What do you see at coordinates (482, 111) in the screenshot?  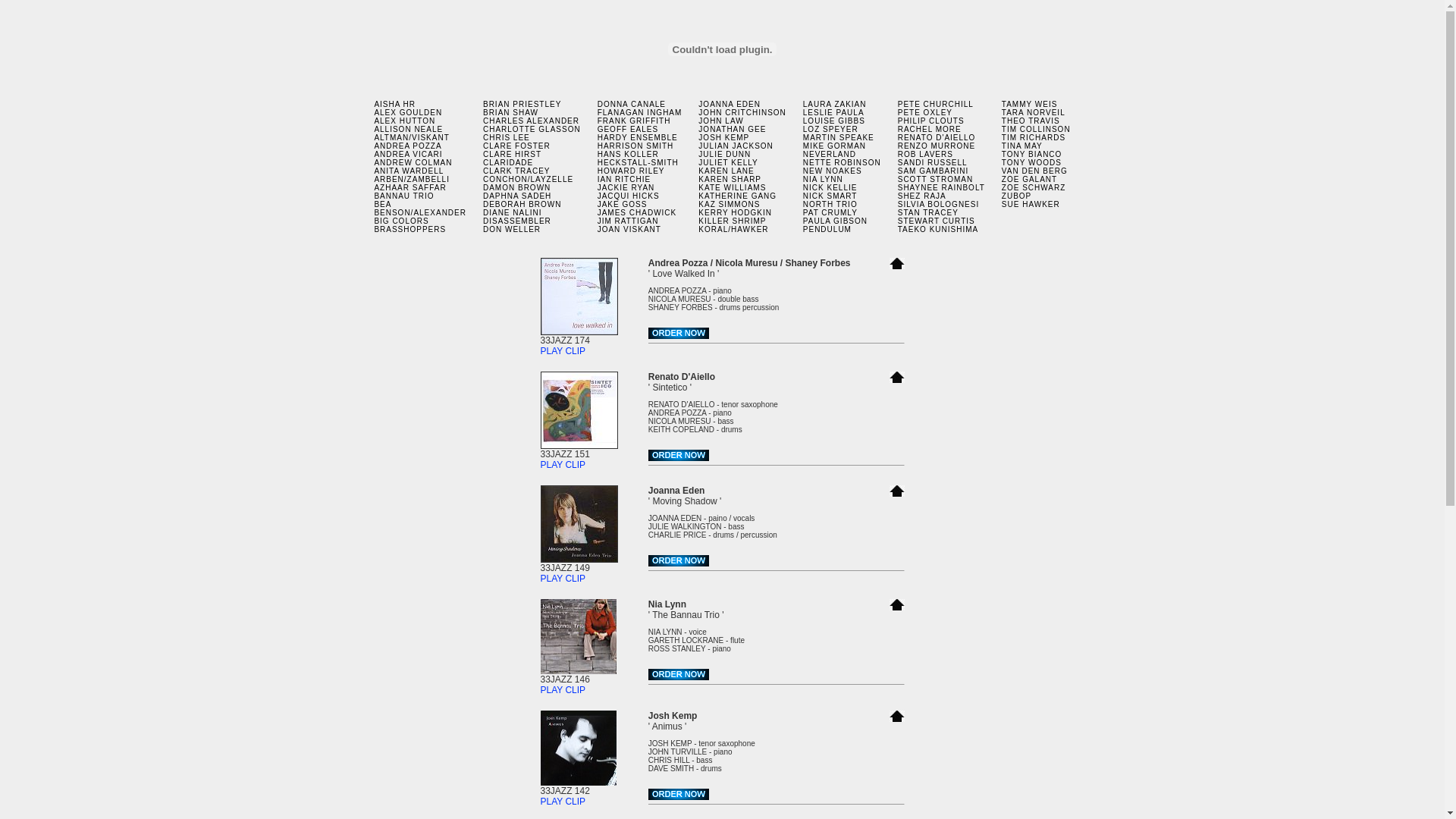 I see `'BRIAN SHAW'` at bounding box center [482, 111].